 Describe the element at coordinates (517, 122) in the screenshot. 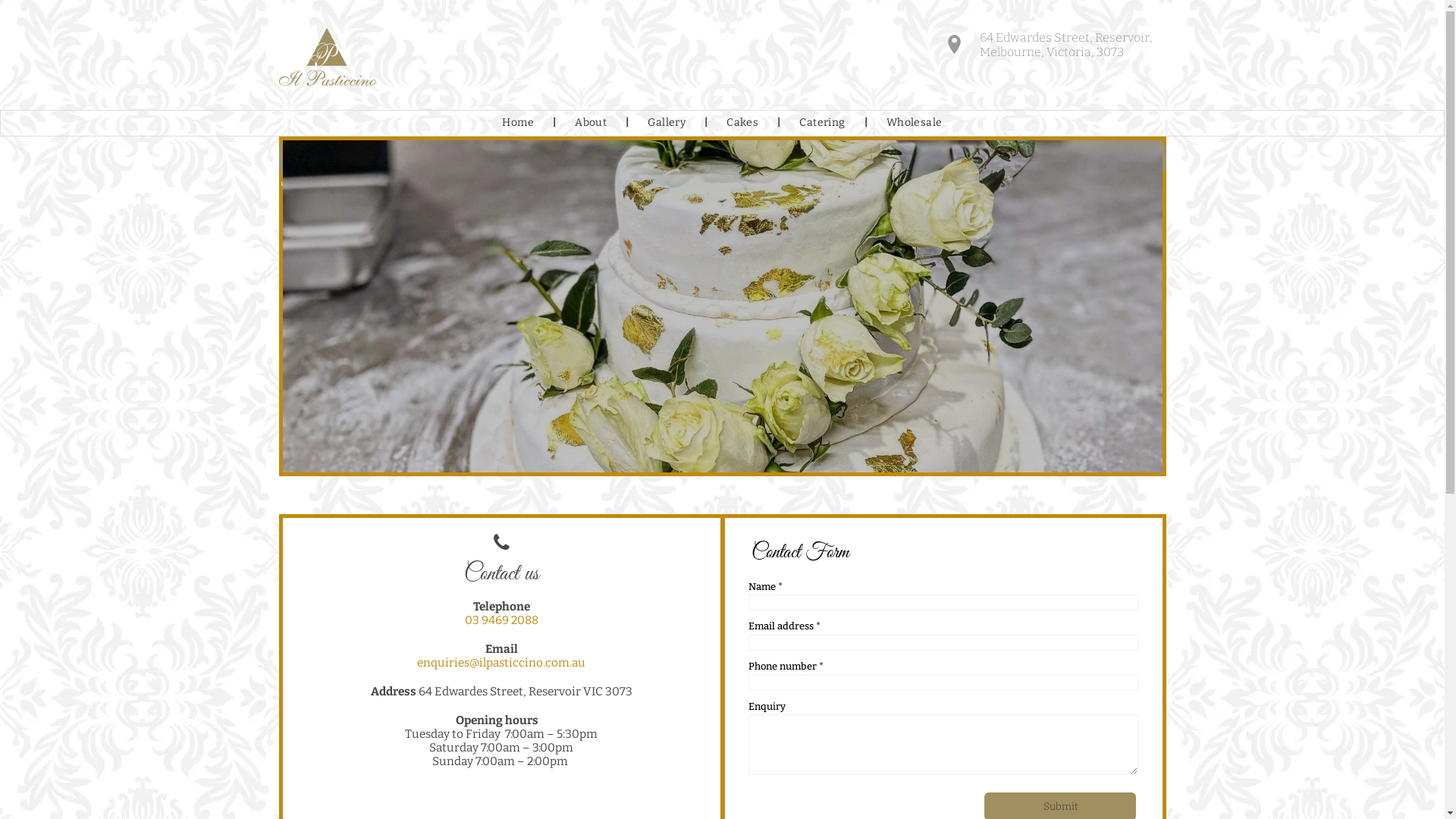

I see `'Home'` at that location.